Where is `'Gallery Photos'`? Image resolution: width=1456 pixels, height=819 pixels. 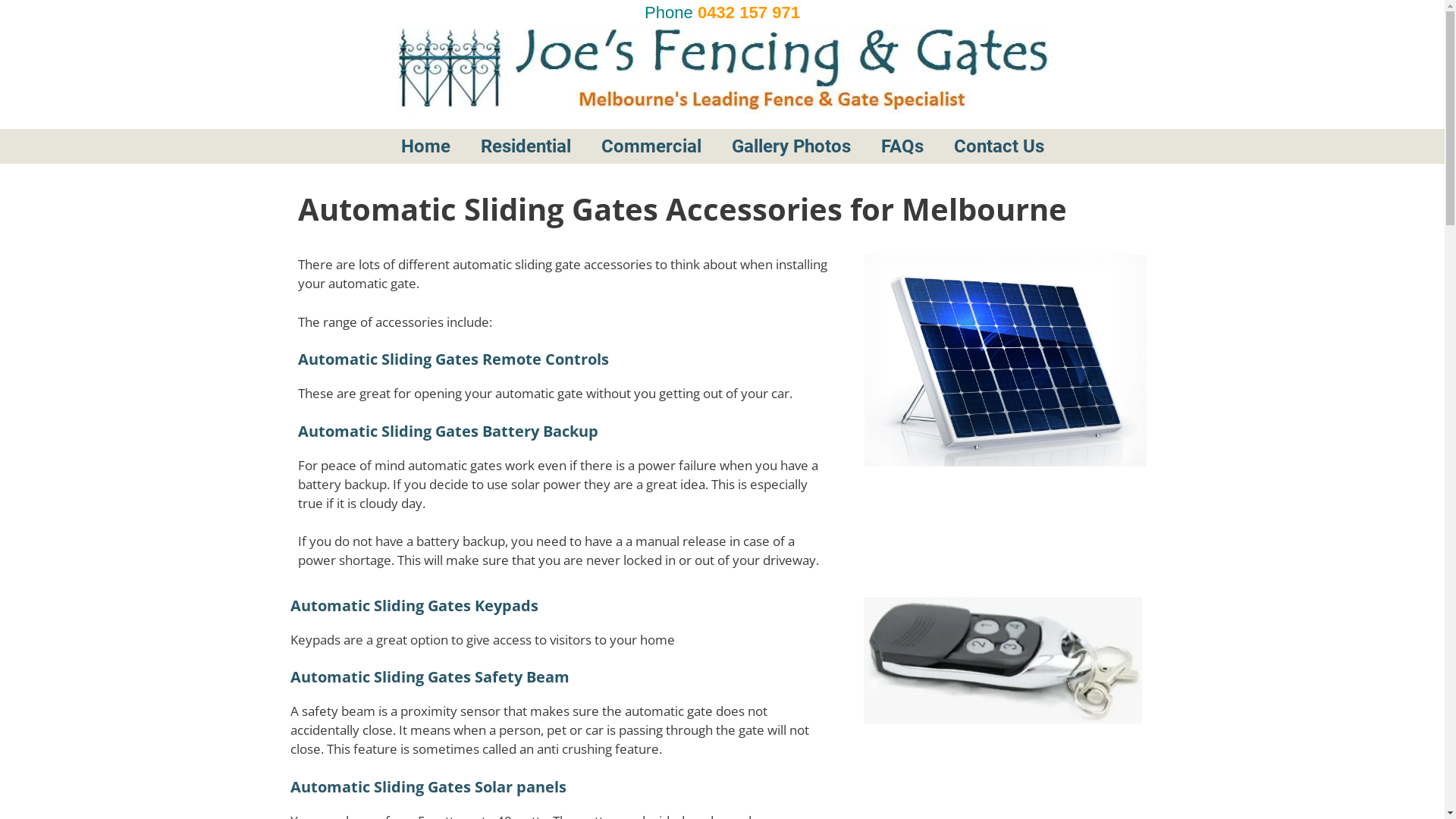
'Gallery Photos' is located at coordinates (821, 146).